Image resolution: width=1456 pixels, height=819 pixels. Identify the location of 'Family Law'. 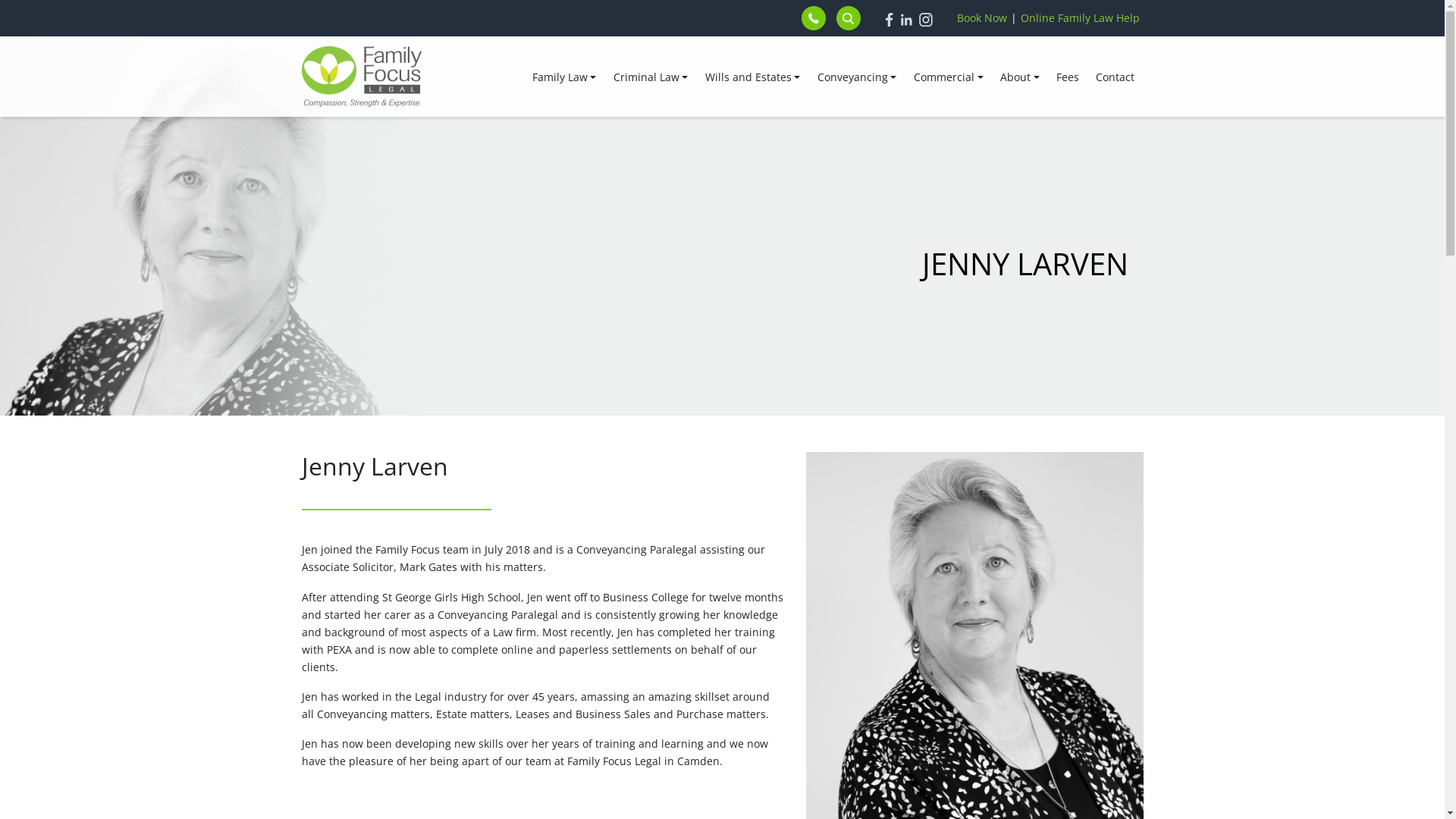
(523, 76).